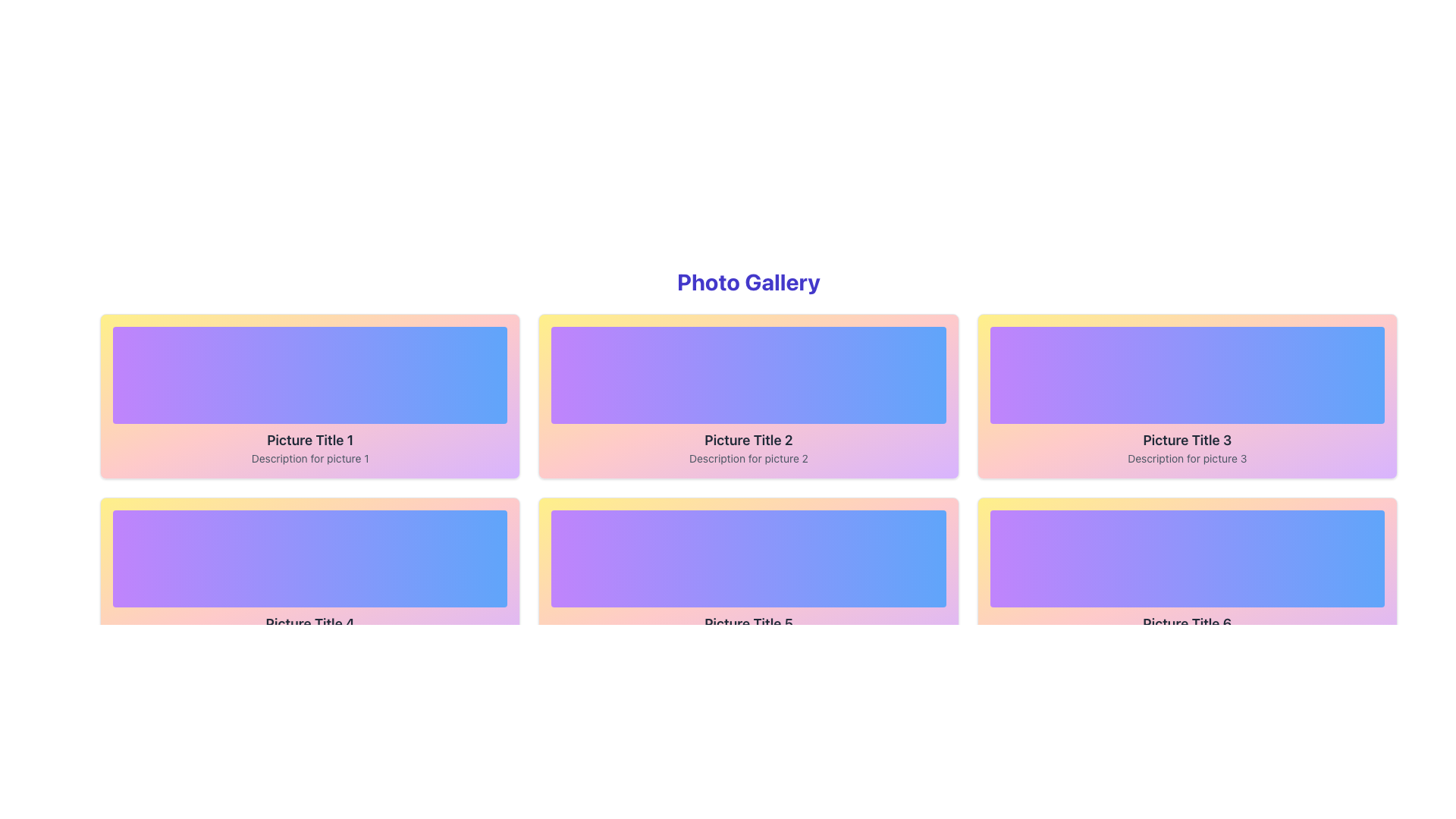 Image resolution: width=1456 pixels, height=819 pixels. What do you see at coordinates (748, 623) in the screenshot?
I see `the text label displaying 'Picture Title 5' located at the bottom center of its card in the grid layout` at bounding box center [748, 623].